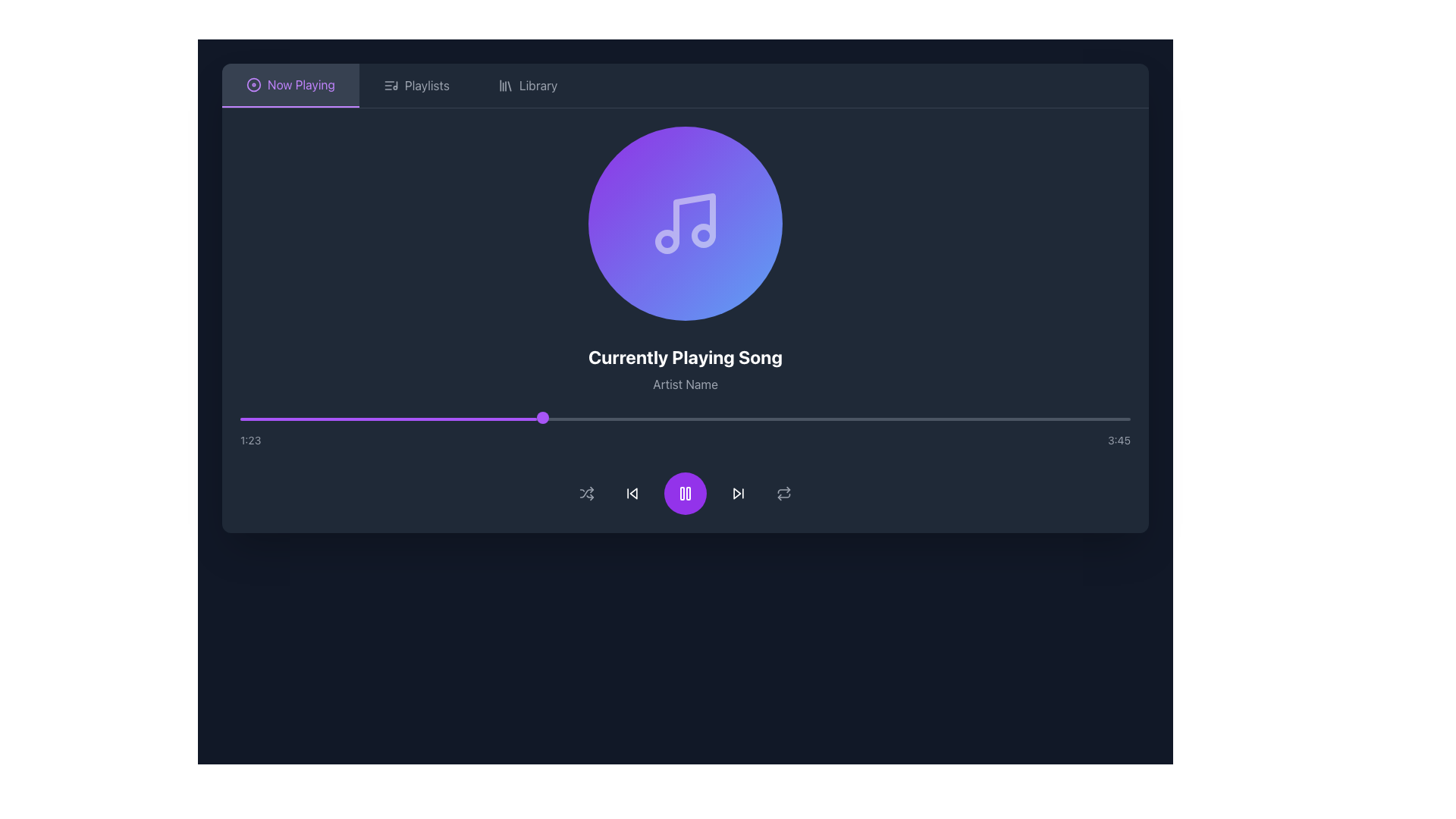  What do you see at coordinates (1040, 419) in the screenshot?
I see `the playback position` at bounding box center [1040, 419].